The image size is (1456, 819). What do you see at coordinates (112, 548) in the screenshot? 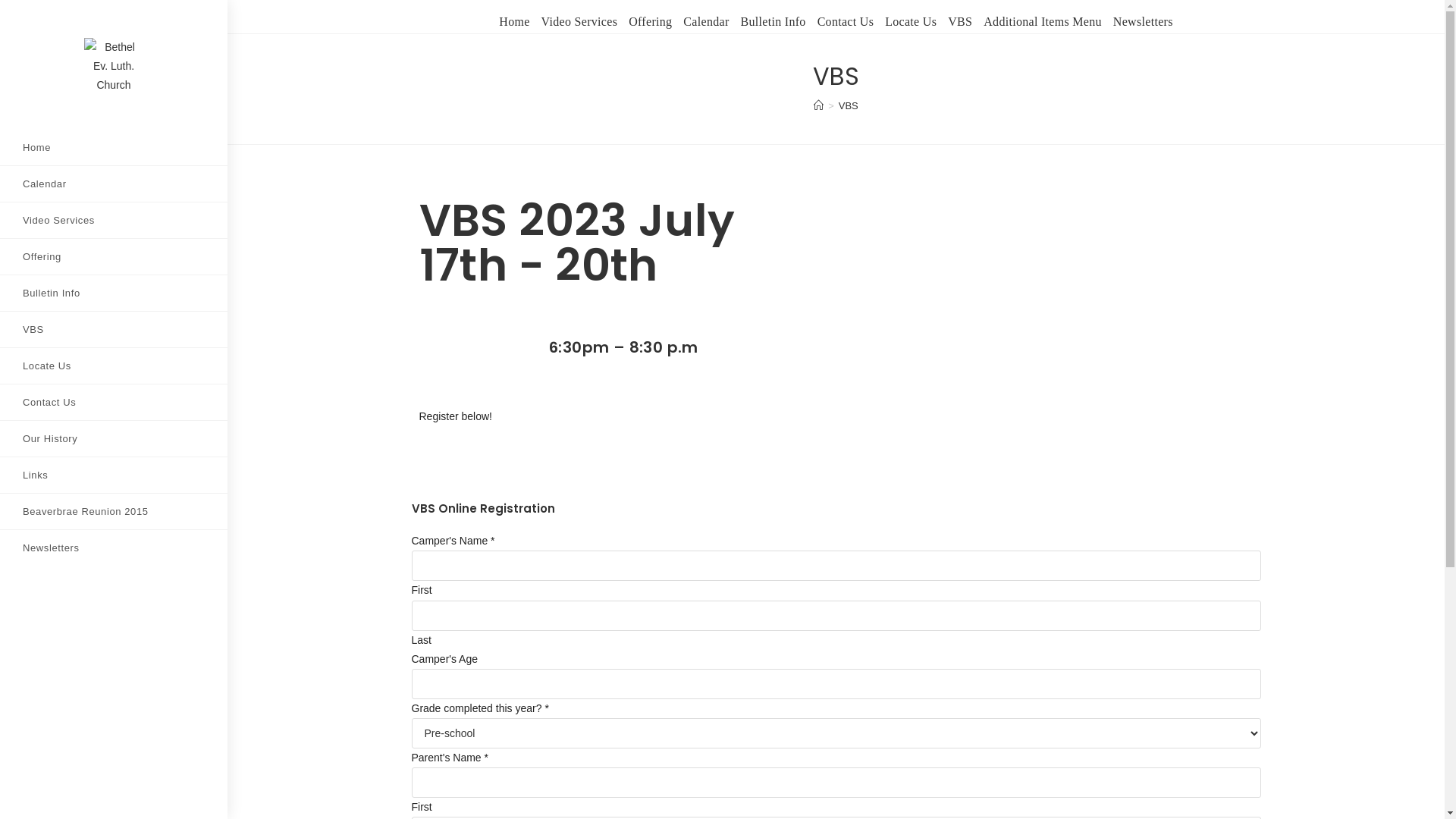
I see `'Newsletters'` at bounding box center [112, 548].